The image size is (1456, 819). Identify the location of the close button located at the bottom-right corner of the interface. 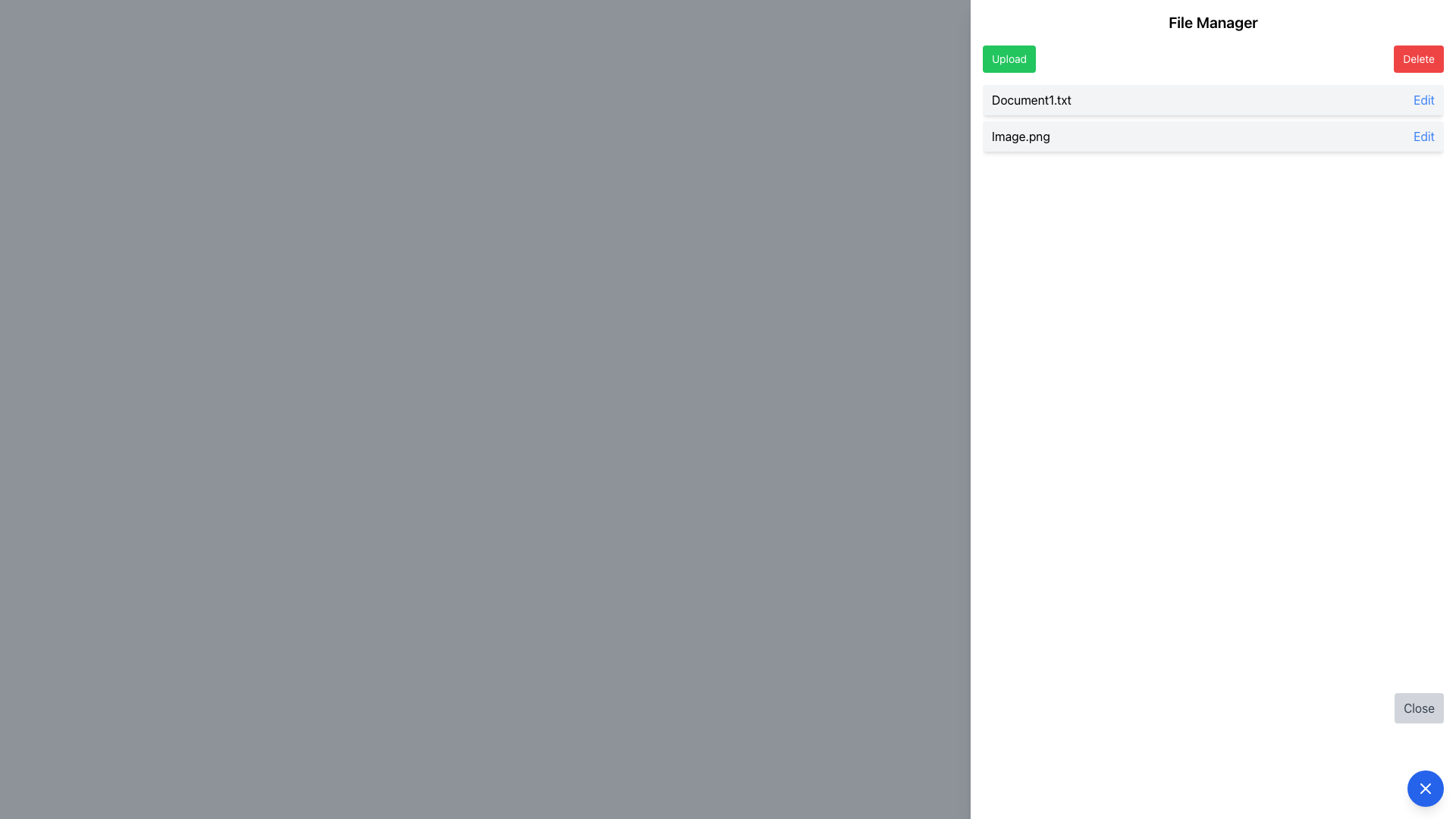
(1425, 788).